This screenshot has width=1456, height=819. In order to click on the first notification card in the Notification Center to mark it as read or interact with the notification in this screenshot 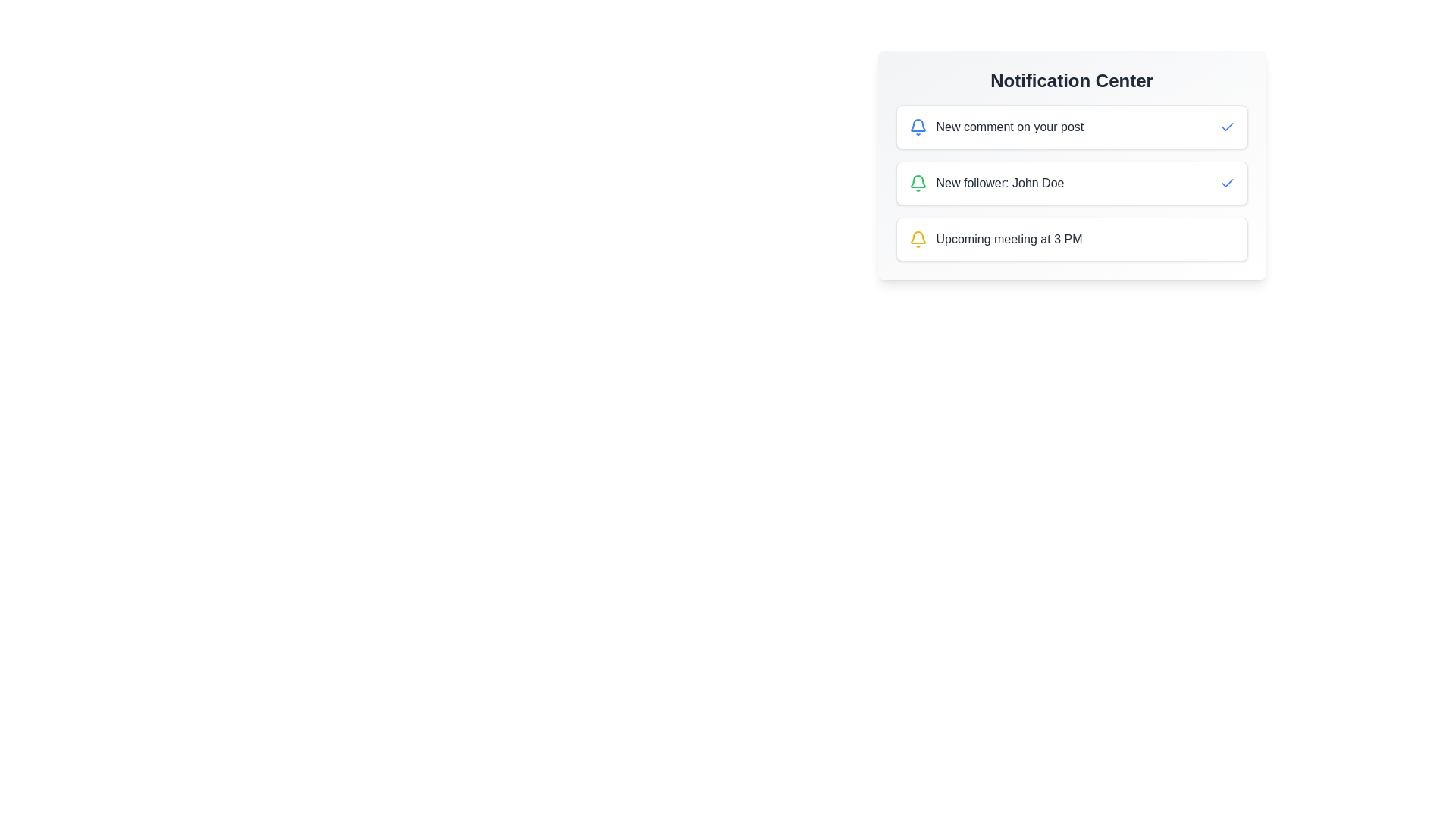, I will do `click(1071, 127)`.